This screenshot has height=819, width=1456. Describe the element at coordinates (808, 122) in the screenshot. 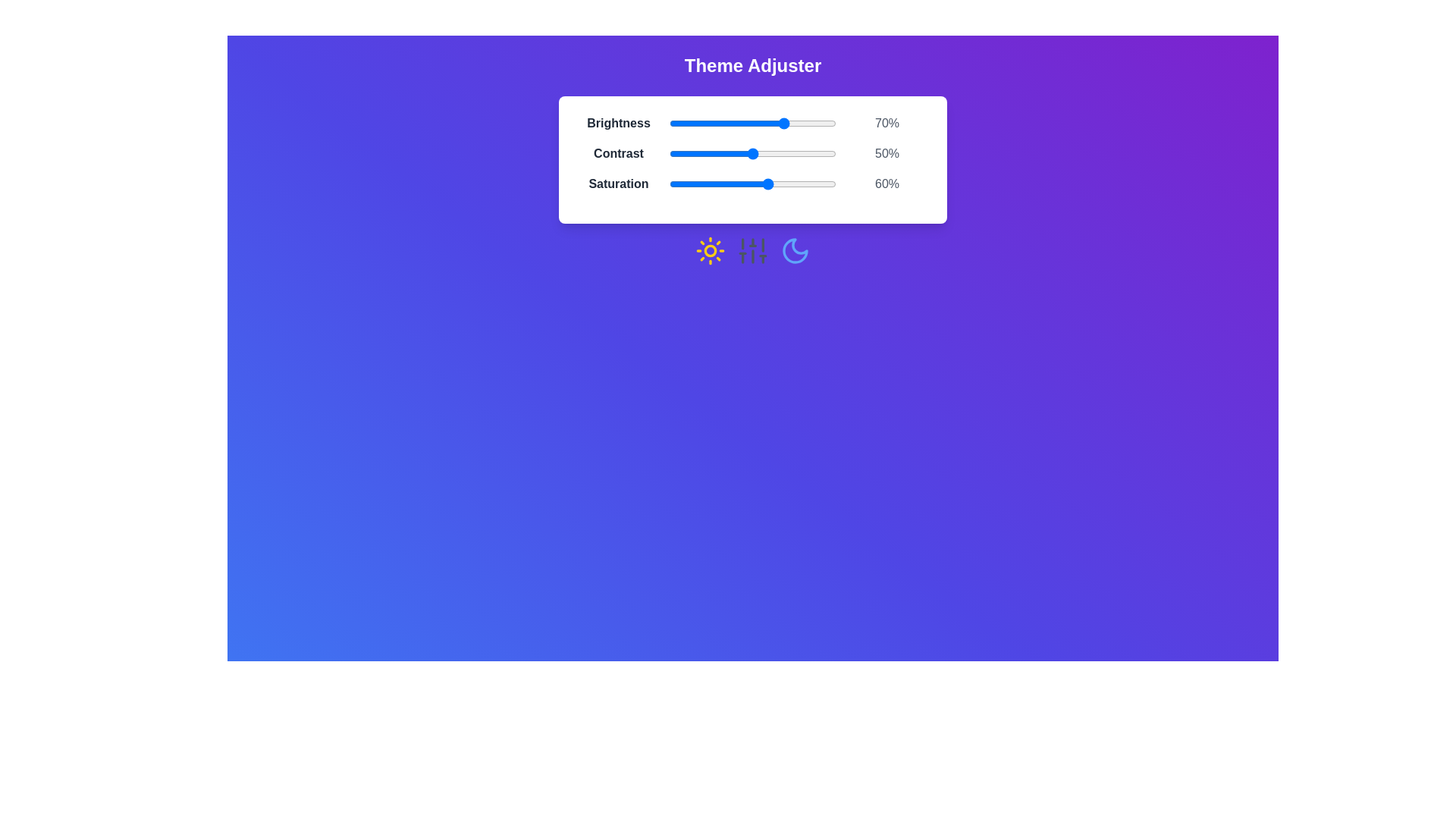

I see `the 0 slider to 84%` at that location.